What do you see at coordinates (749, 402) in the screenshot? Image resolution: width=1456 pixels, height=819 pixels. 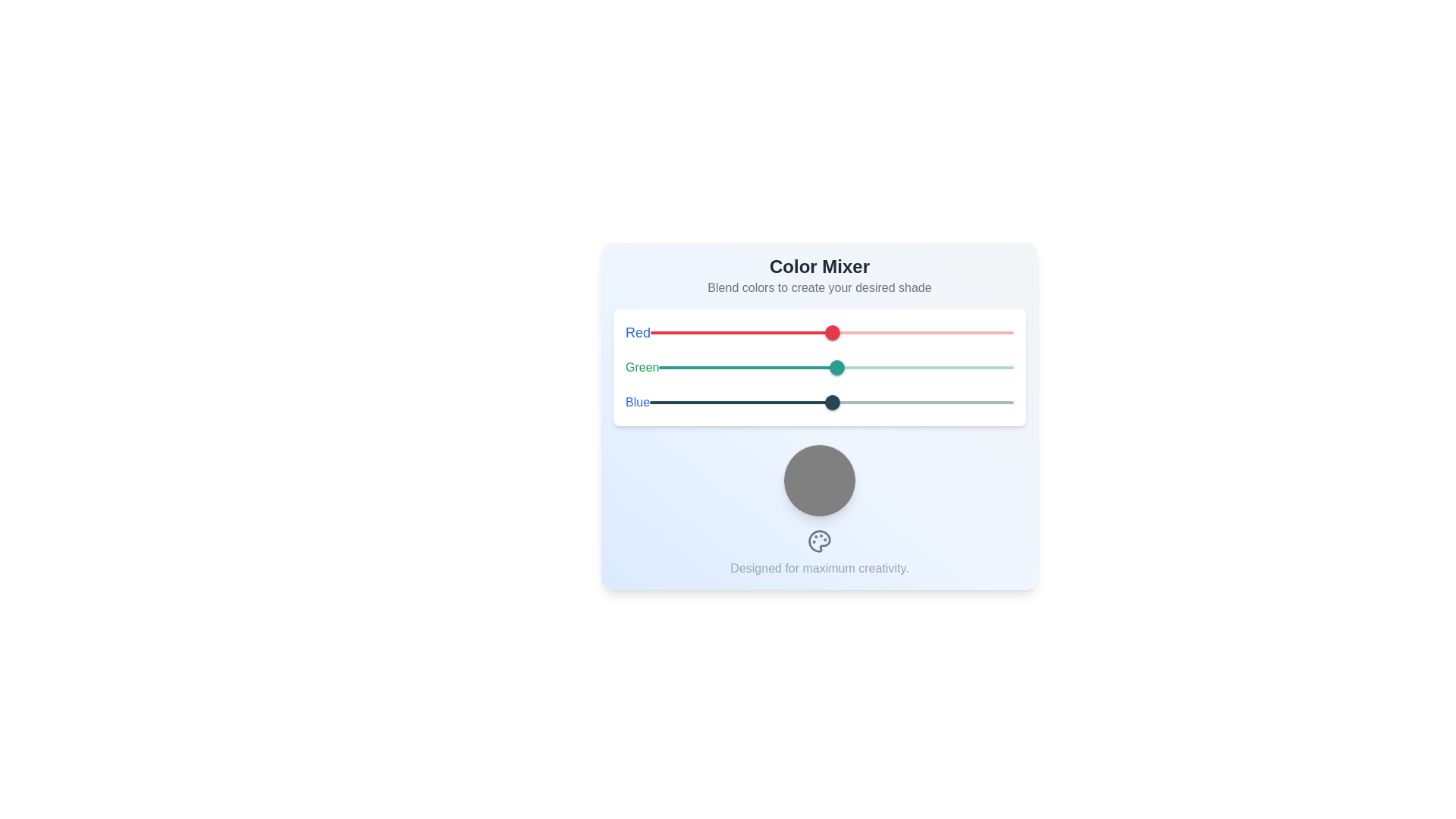 I see `the Blue channel` at bounding box center [749, 402].